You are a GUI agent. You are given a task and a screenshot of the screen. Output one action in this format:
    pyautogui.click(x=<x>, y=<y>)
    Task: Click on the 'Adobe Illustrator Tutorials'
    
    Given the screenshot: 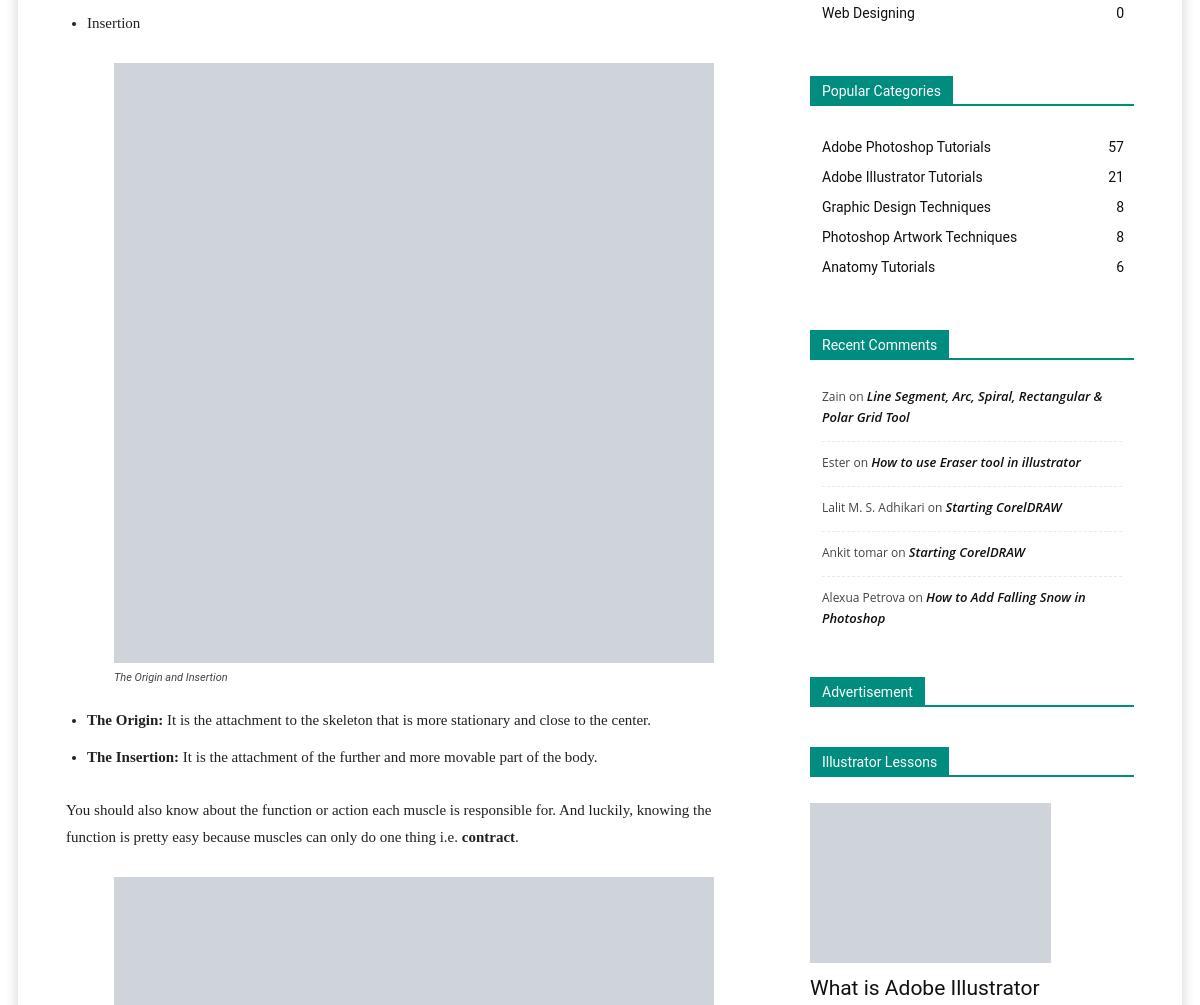 What is the action you would take?
    pyautogui.click(x=902, y=174)
    